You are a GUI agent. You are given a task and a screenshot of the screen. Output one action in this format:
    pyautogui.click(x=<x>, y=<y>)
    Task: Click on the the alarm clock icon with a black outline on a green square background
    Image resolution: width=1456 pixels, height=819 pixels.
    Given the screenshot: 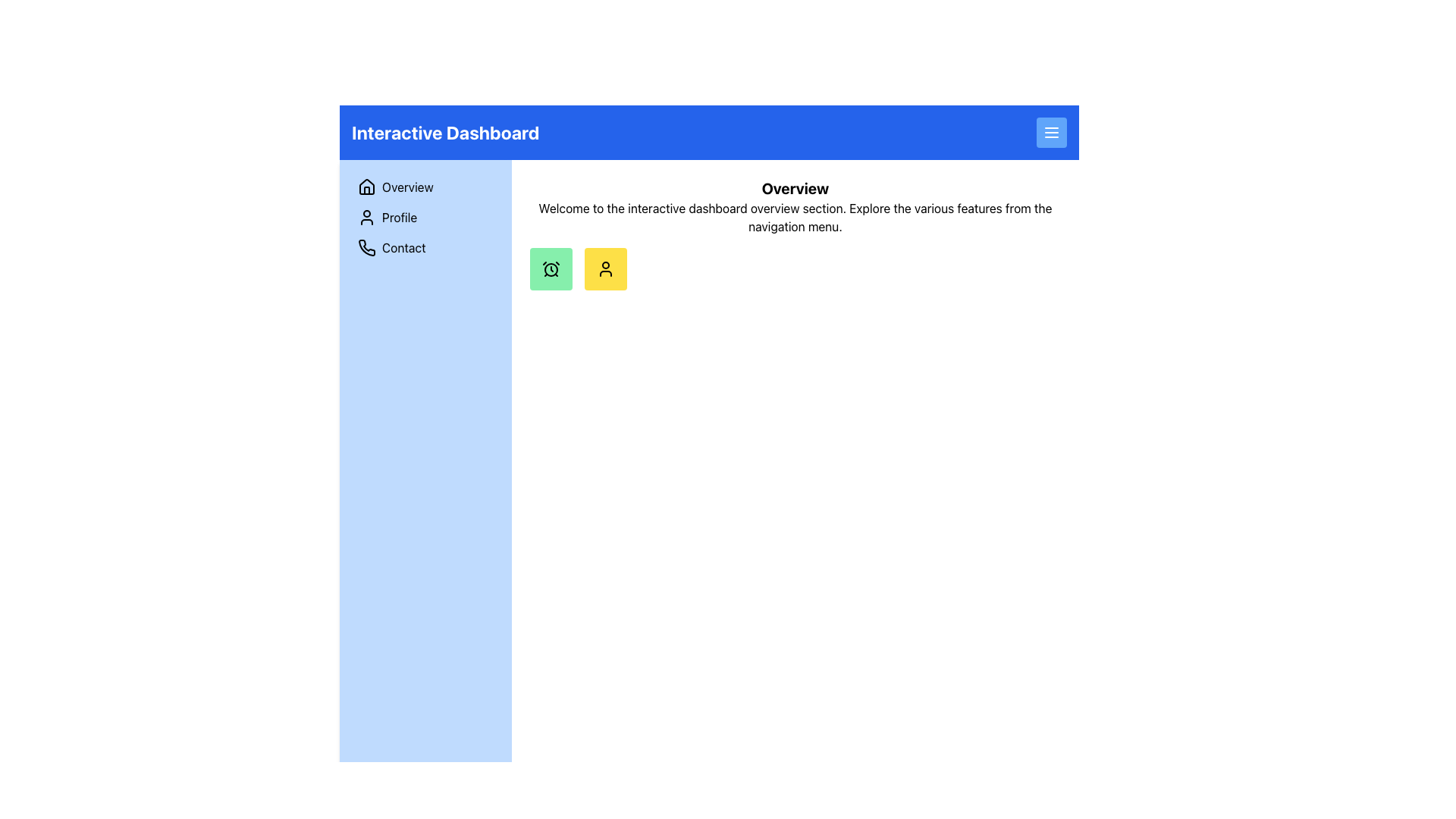 What is the action you would take?
    pyautogui.click(x=550, y=268)
    